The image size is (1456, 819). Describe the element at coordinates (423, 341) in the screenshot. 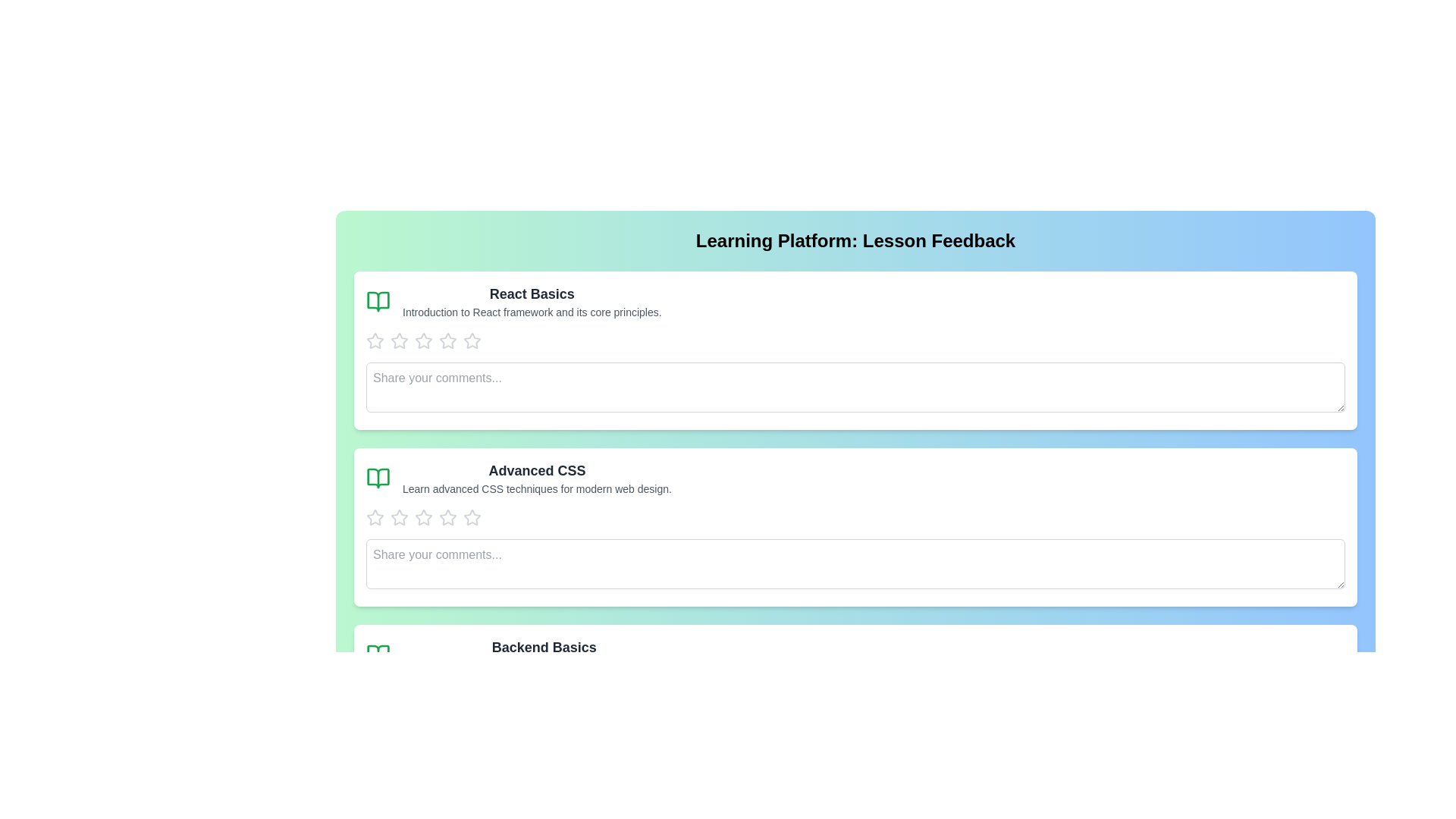

I see `the fourth star icon, which is gray and unselected, to rate it in the feedback interface under the 'React Basics' lesson heading` at that location.